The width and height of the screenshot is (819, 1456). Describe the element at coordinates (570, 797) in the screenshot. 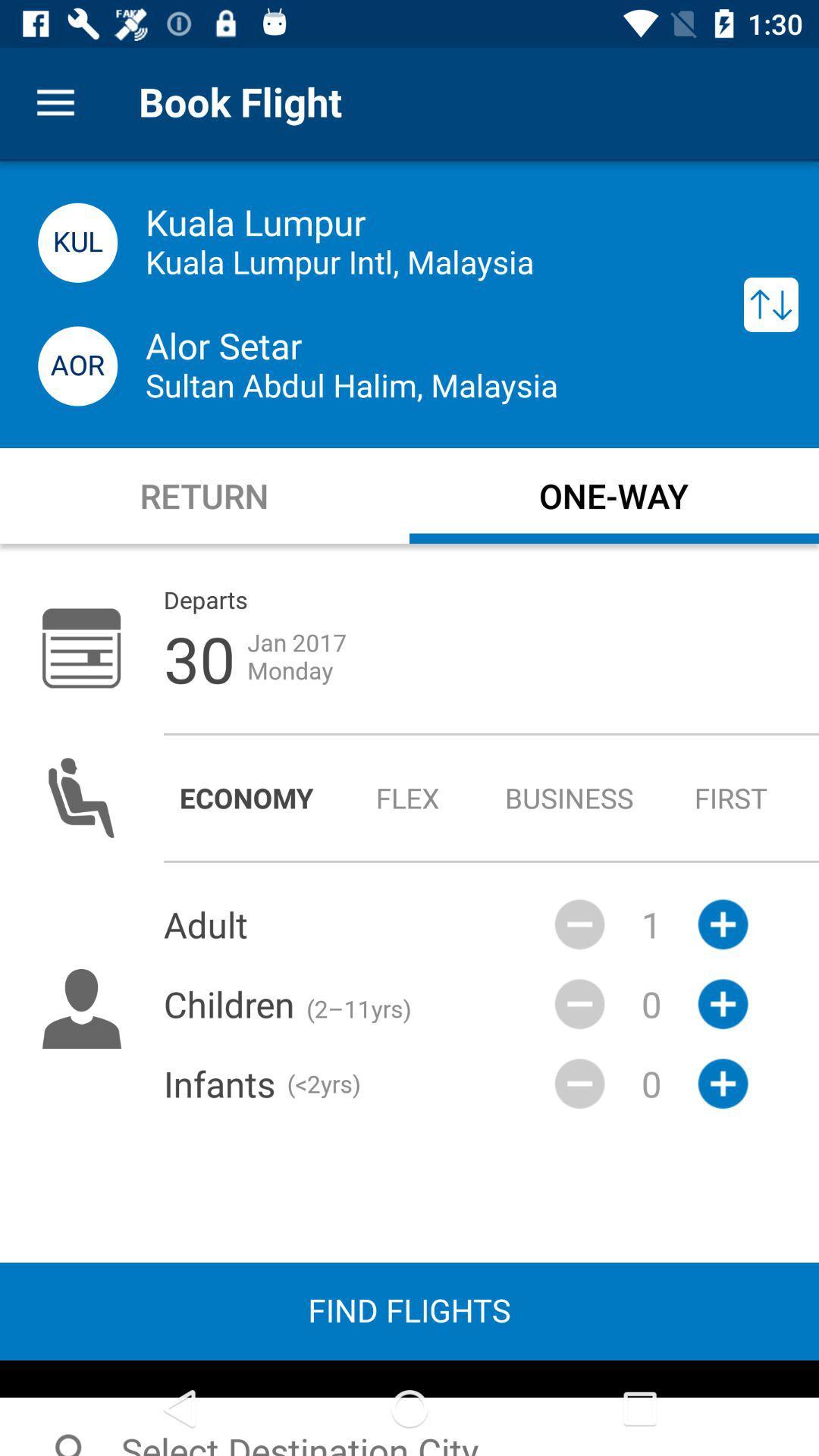

I see `business item` at that location.